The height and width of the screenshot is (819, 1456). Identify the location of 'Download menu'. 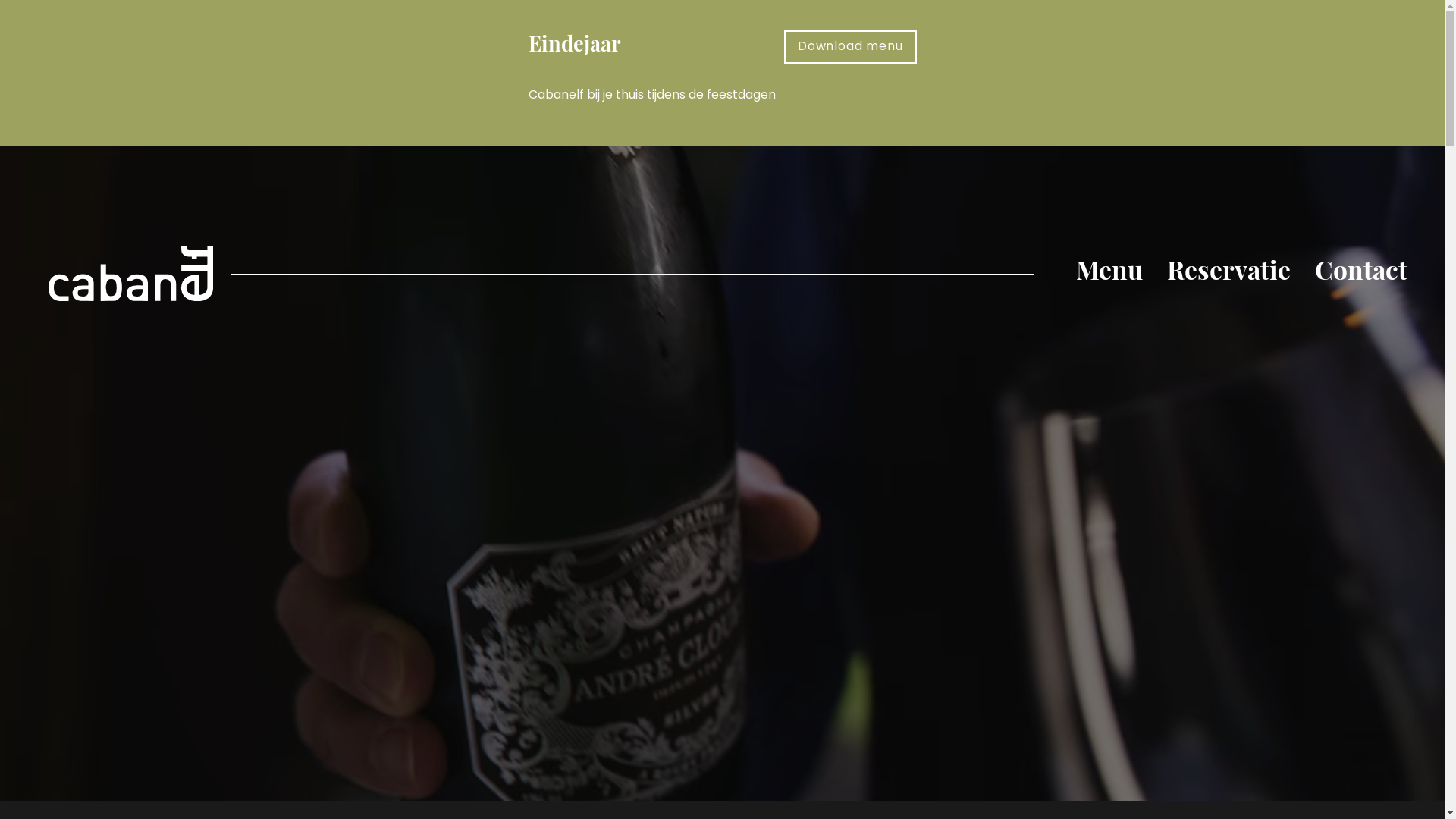
(850, 45).